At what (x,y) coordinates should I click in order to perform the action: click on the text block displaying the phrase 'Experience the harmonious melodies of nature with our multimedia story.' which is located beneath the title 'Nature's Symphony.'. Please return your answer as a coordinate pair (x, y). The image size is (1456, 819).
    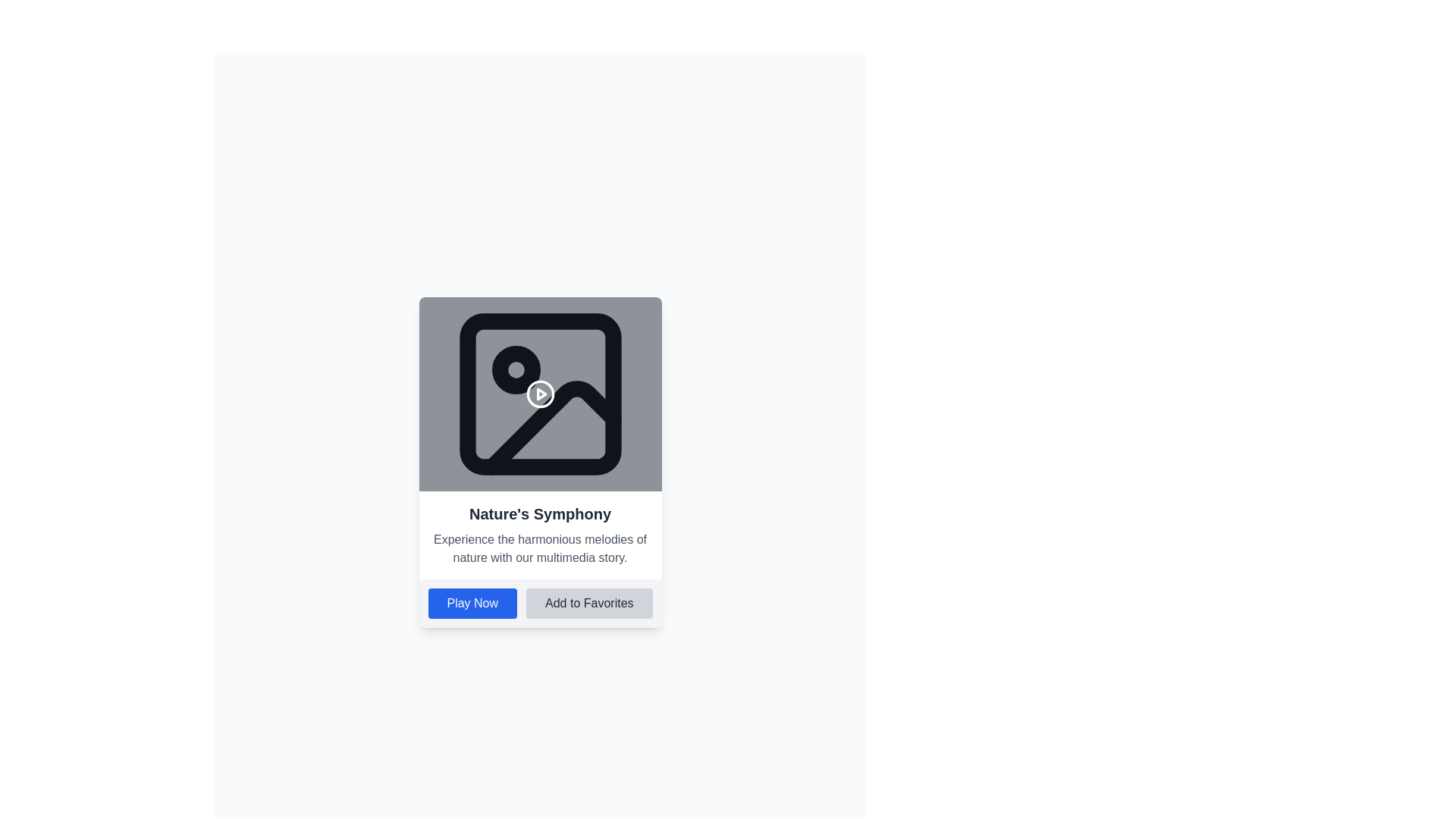
    Looking at the image, I should click on (540, 549).